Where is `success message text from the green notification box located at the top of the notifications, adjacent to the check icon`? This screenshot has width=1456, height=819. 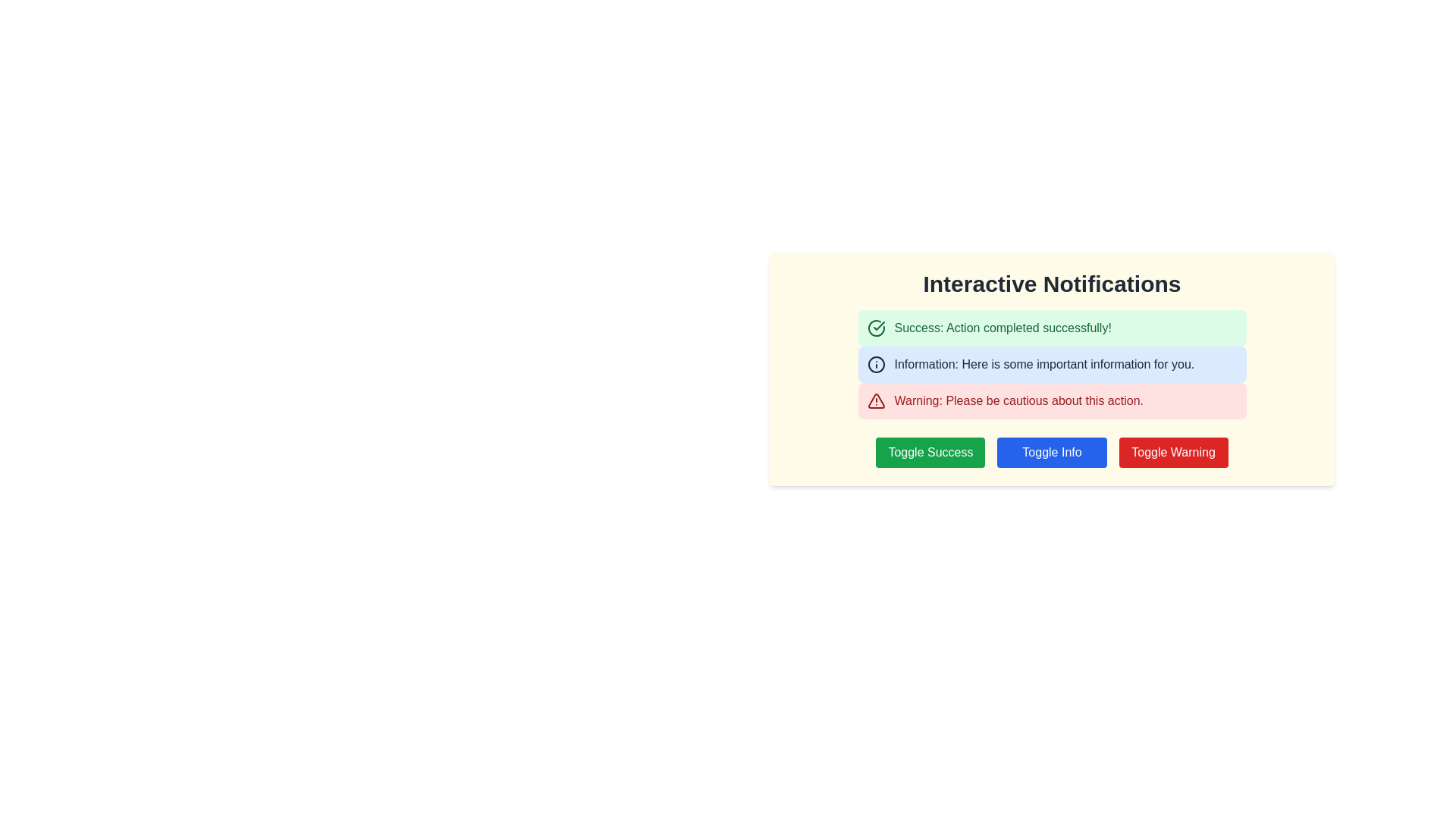 success message text from the green notification box located at the top of the notifications, adjacent to the check icon is located at coordinates (1003, 327).